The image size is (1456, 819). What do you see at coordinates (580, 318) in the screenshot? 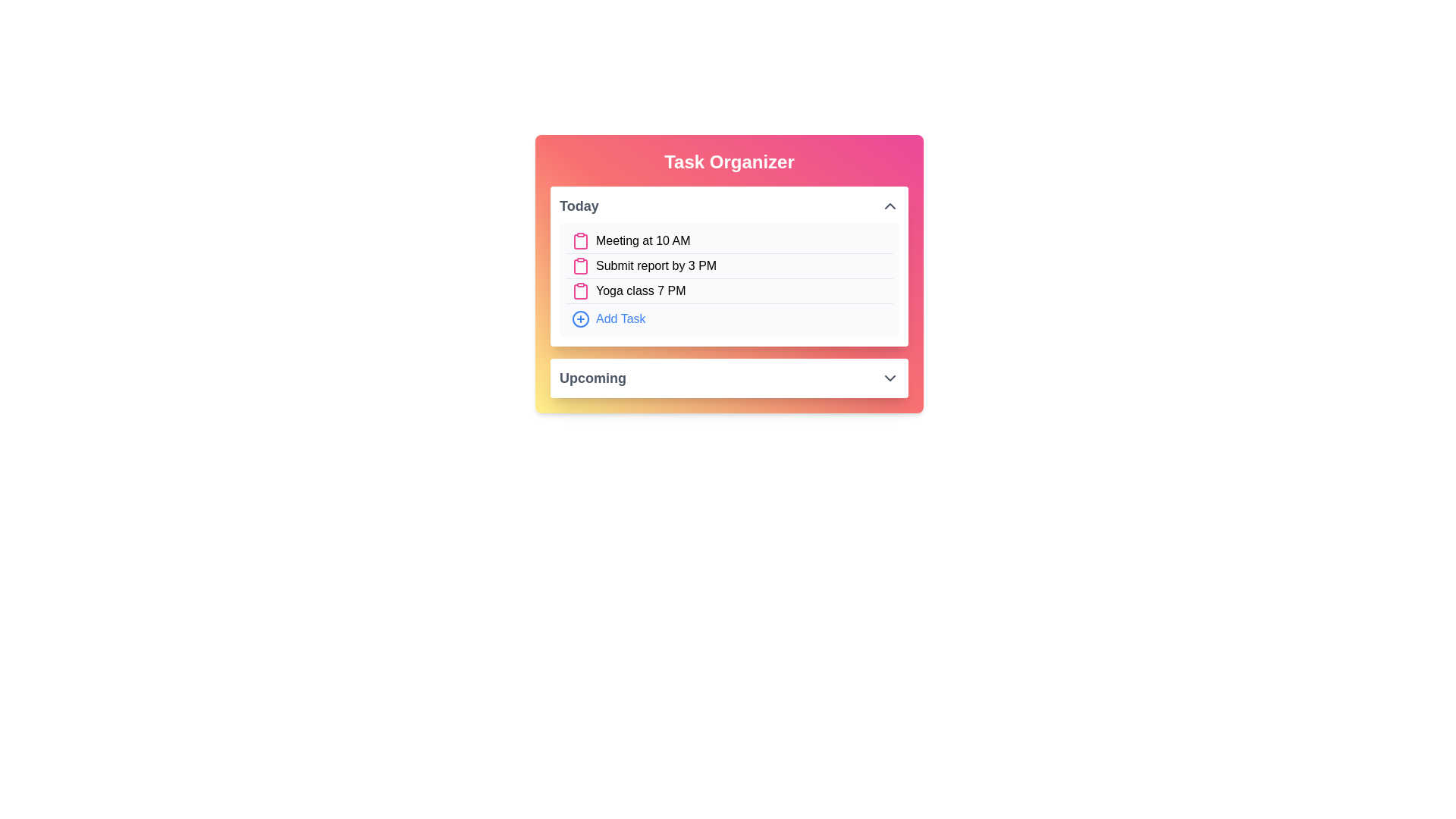
I see `the Circle graphic element (SVG) that symbolizes the 'Add Task' button, located under the 'Today' section of the task organizer interface panel` at bounding box center [580, 318].